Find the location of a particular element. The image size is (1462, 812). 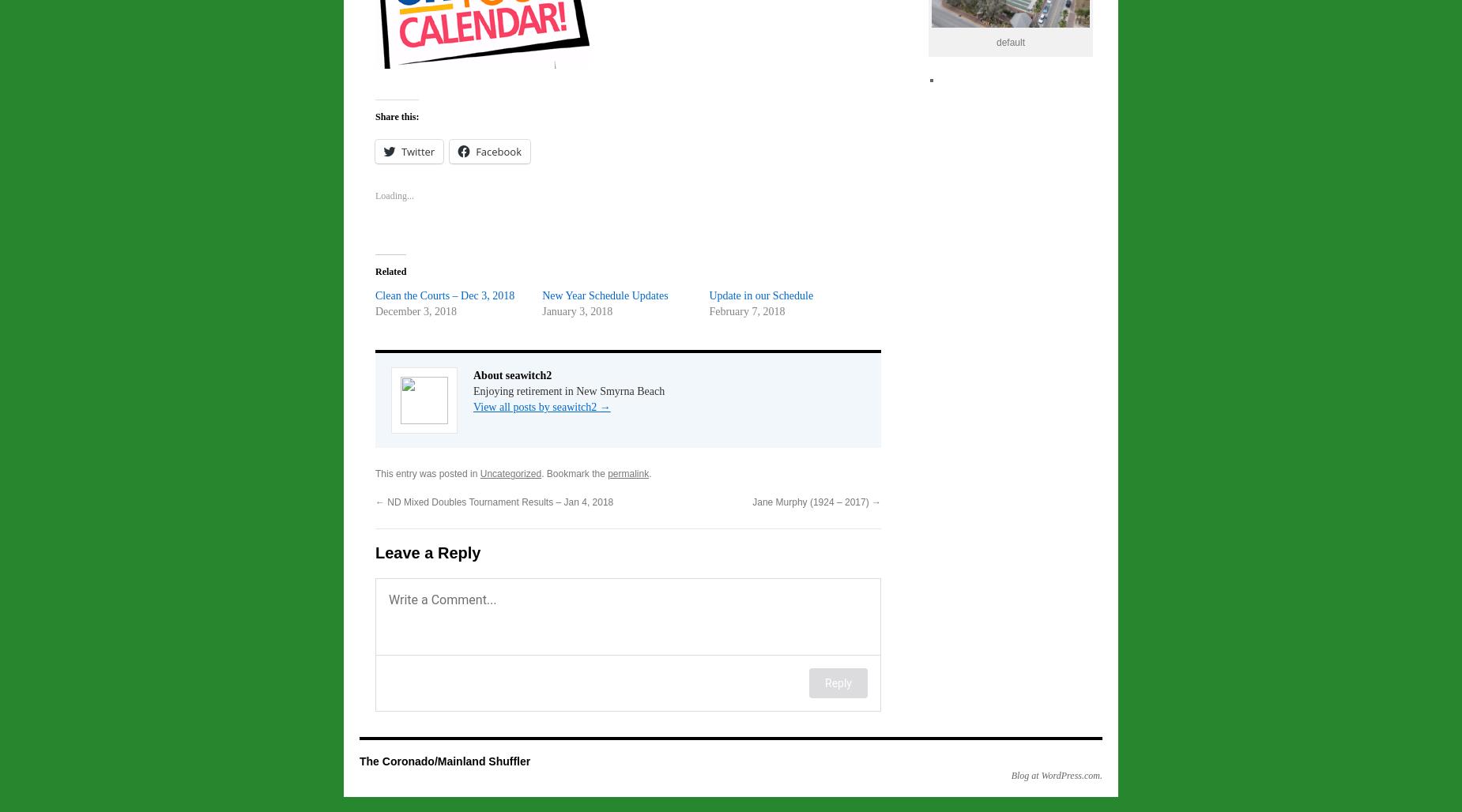

'Reply' is located at coordinates (837, 682).